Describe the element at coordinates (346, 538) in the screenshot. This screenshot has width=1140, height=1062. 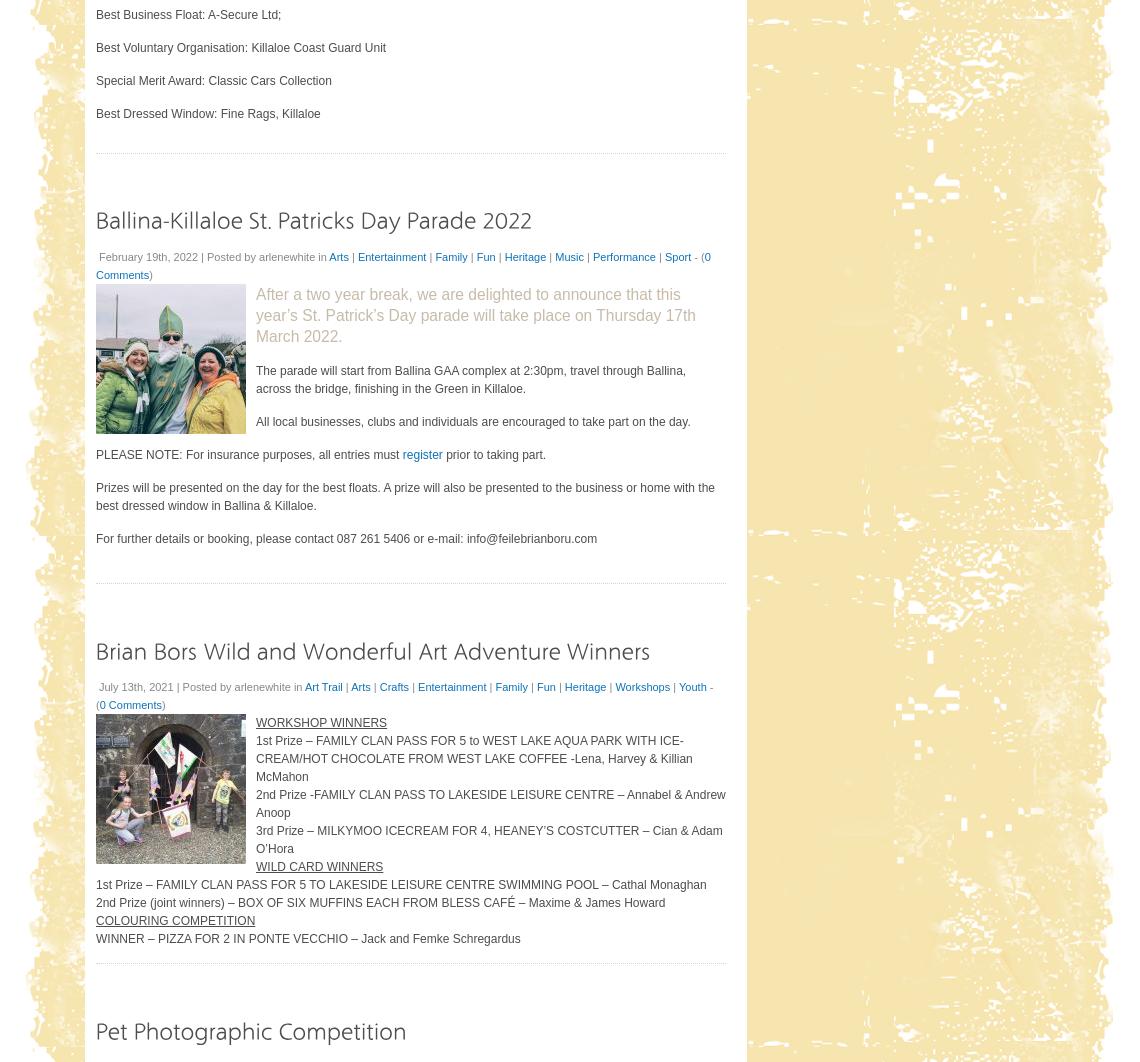
I see `'For further details or booking, please contact 087 261 5406 or e-mail: info@feilebrianboru.com'` at that location.